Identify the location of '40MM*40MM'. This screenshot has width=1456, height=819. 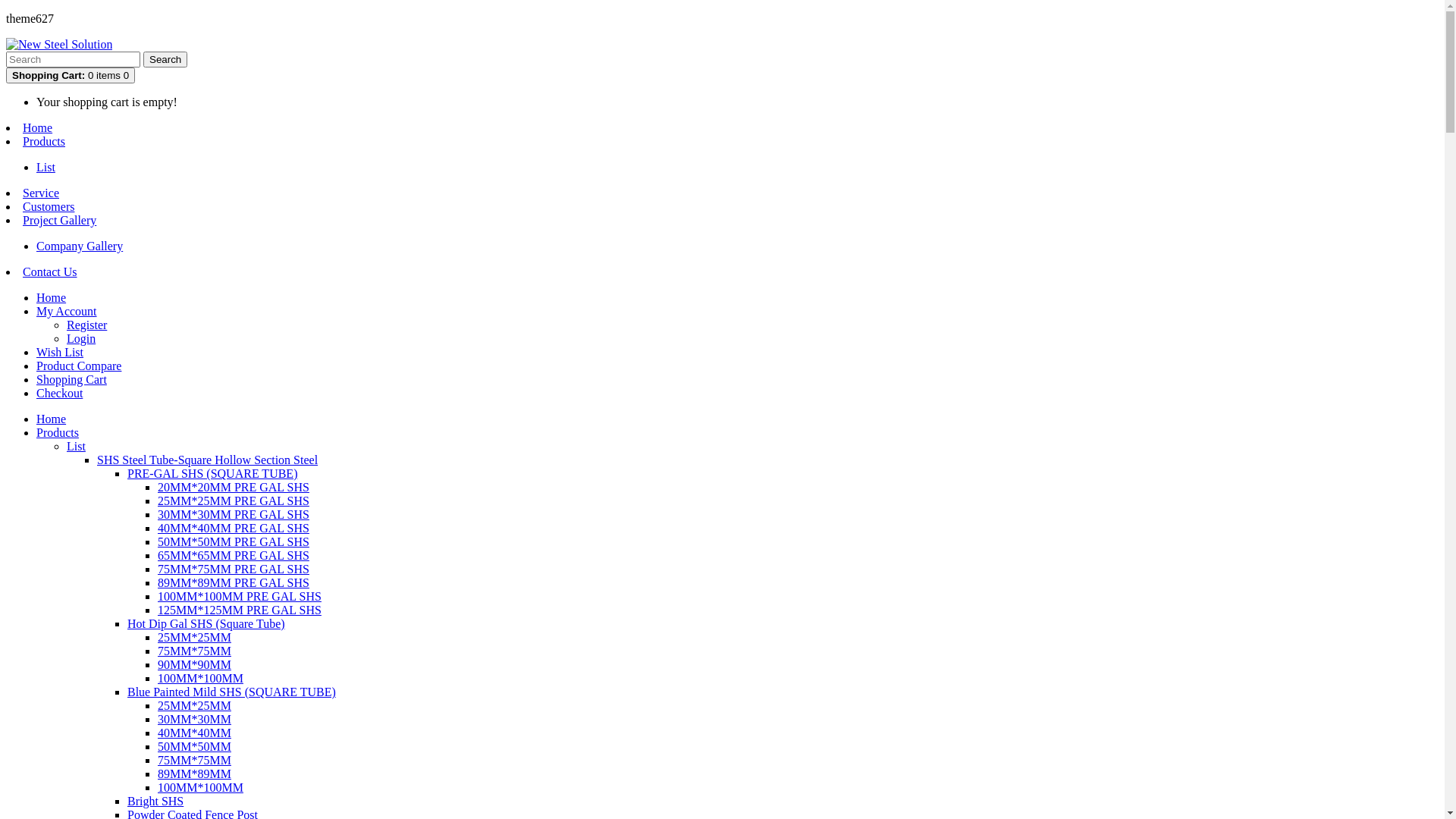
(193, 732).